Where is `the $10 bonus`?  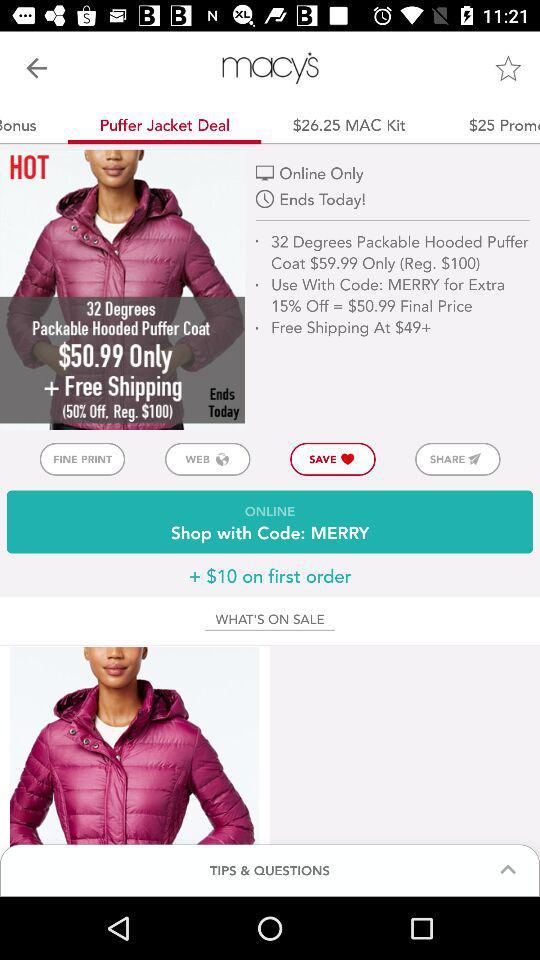 the $10 bonus is located at coordinates (33, 123).